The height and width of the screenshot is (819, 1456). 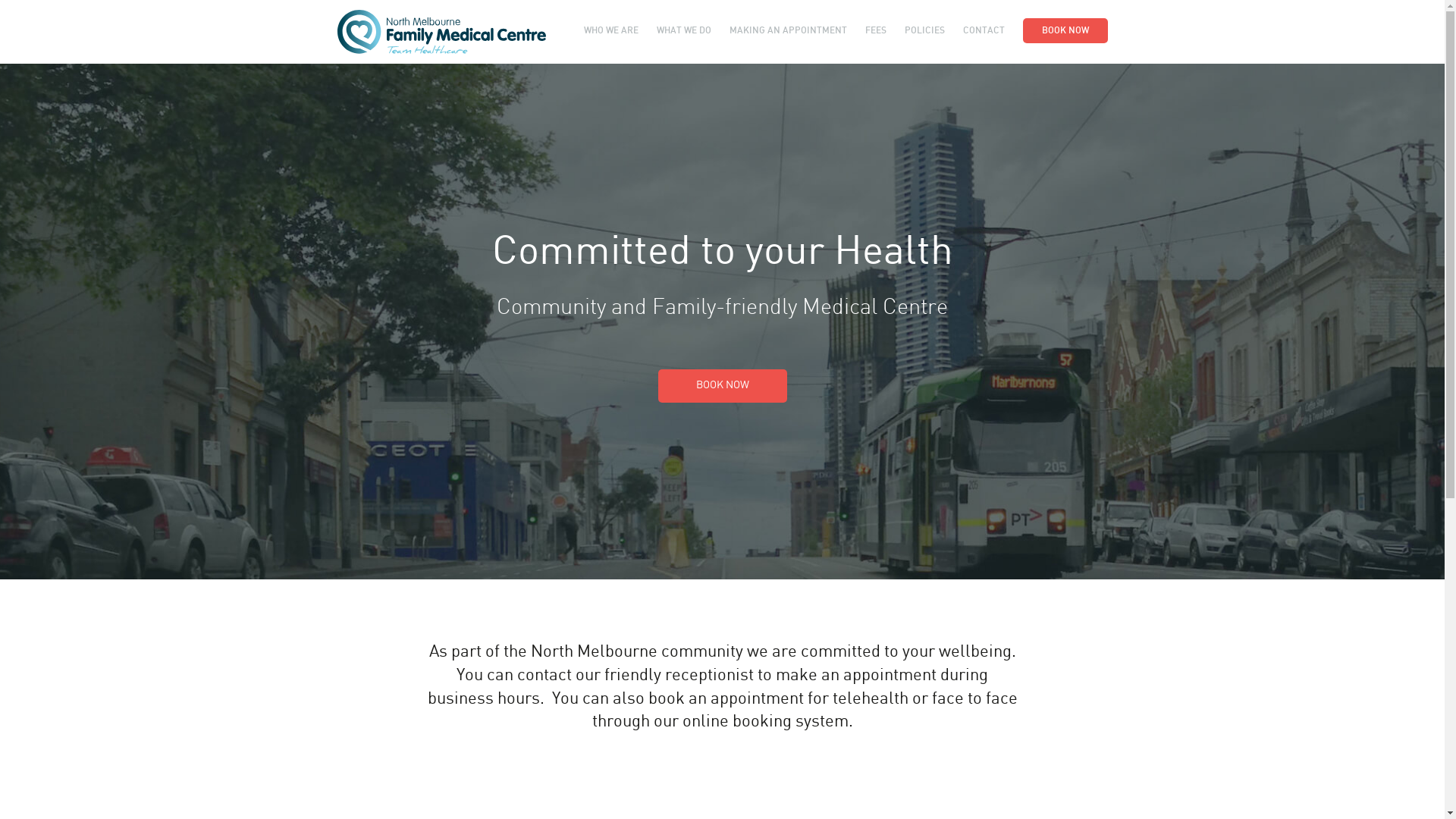 I want to click on 'WHAT WE DO', so click(x=683, y=30).